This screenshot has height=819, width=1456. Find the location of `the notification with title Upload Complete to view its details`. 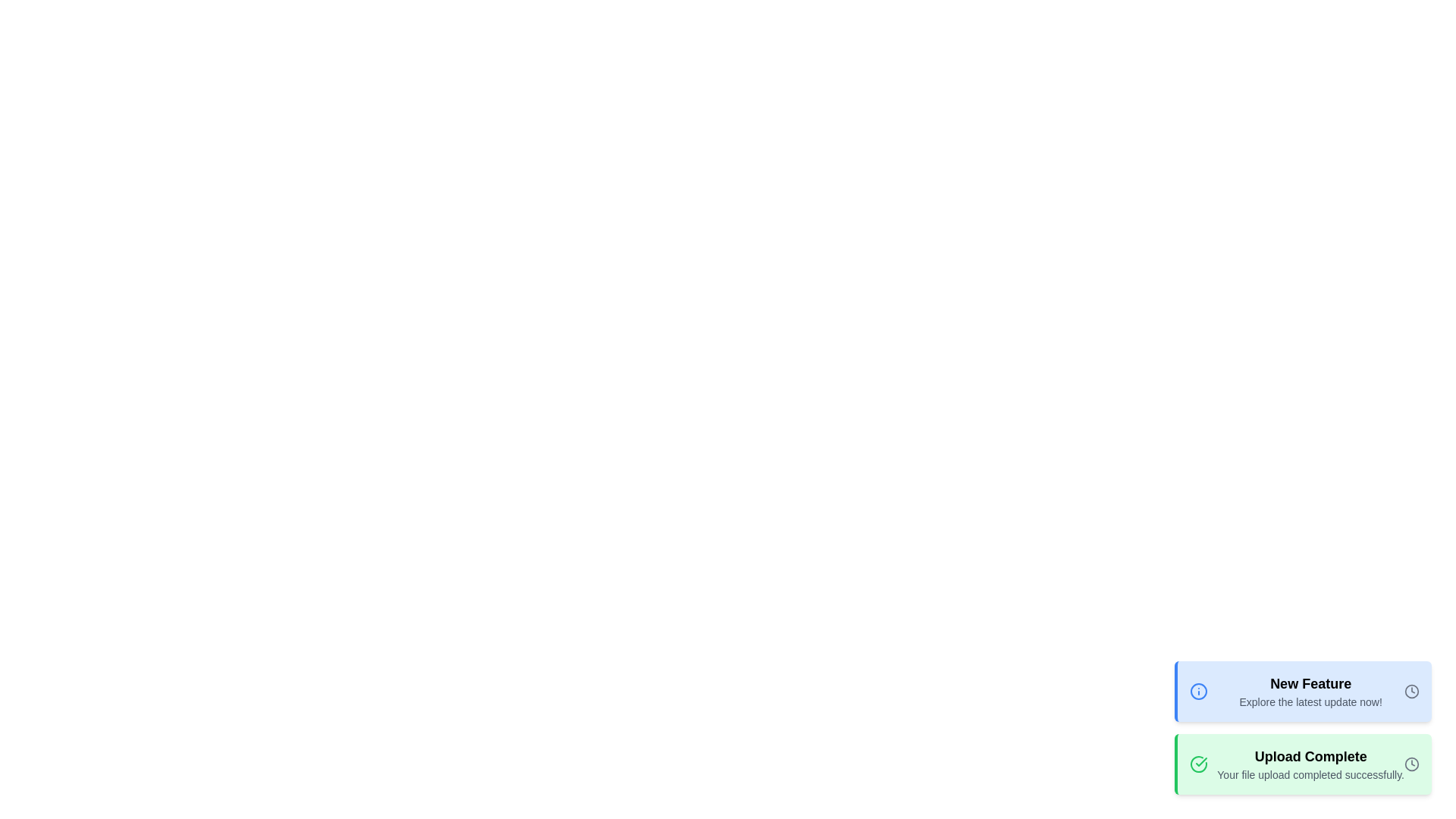

the notification with title Upload Complete to view its details is located at coordinates (1302, 764).